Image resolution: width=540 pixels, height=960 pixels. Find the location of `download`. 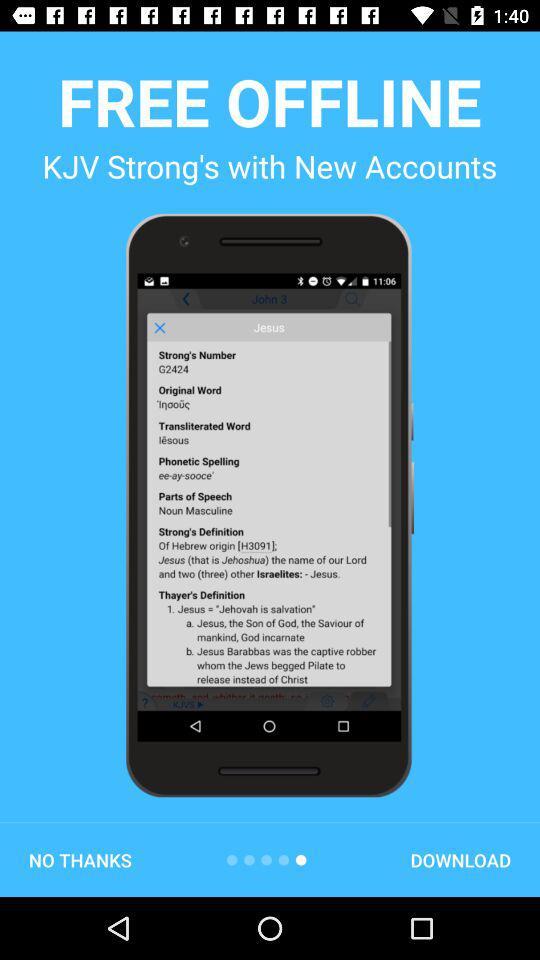

download is located at coordinates (460, 859).